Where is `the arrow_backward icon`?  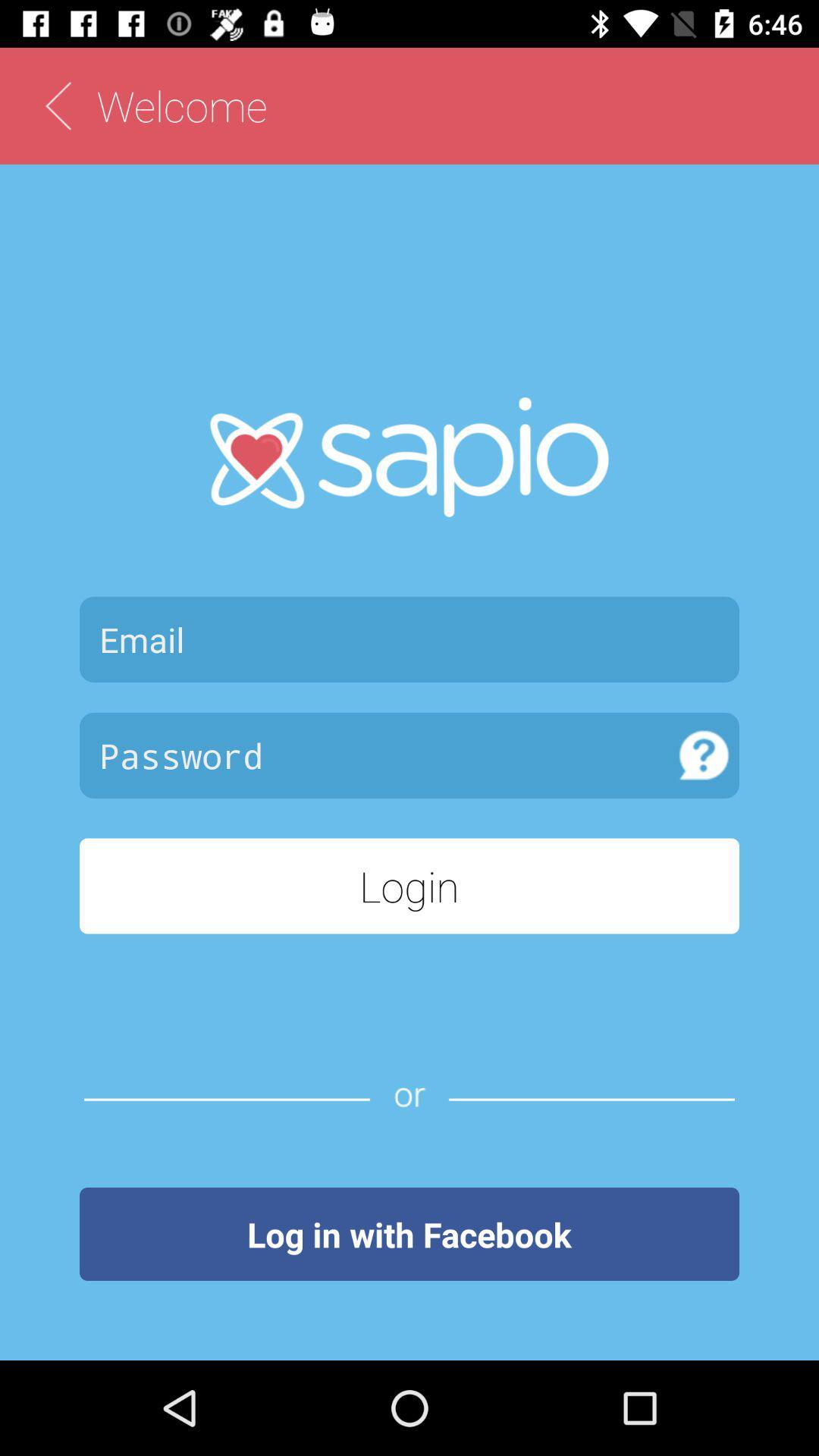 the arrow_backward icon is located at coordinates (57, 105).